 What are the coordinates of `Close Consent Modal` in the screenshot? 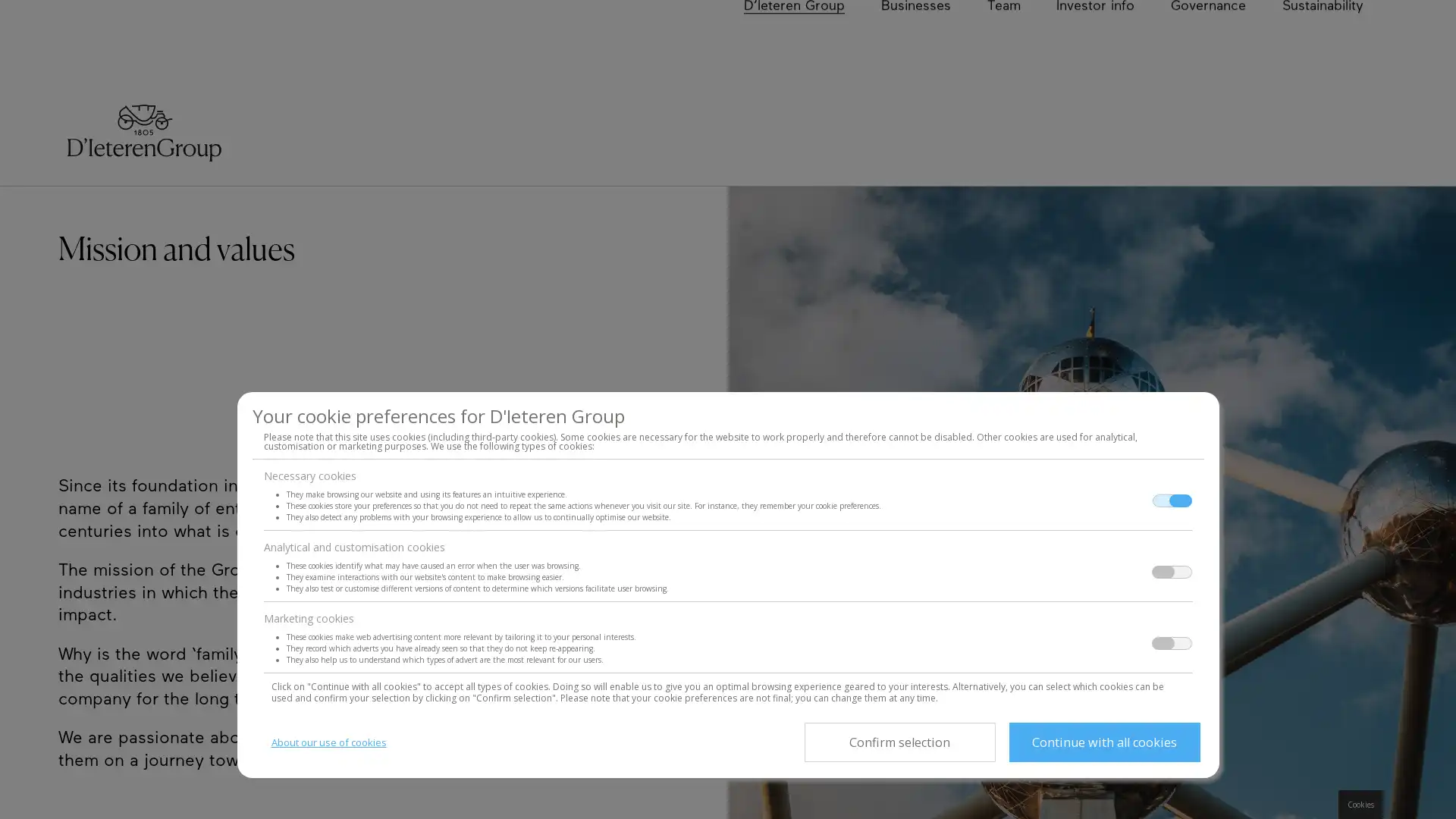 It's located at (1103, 742).